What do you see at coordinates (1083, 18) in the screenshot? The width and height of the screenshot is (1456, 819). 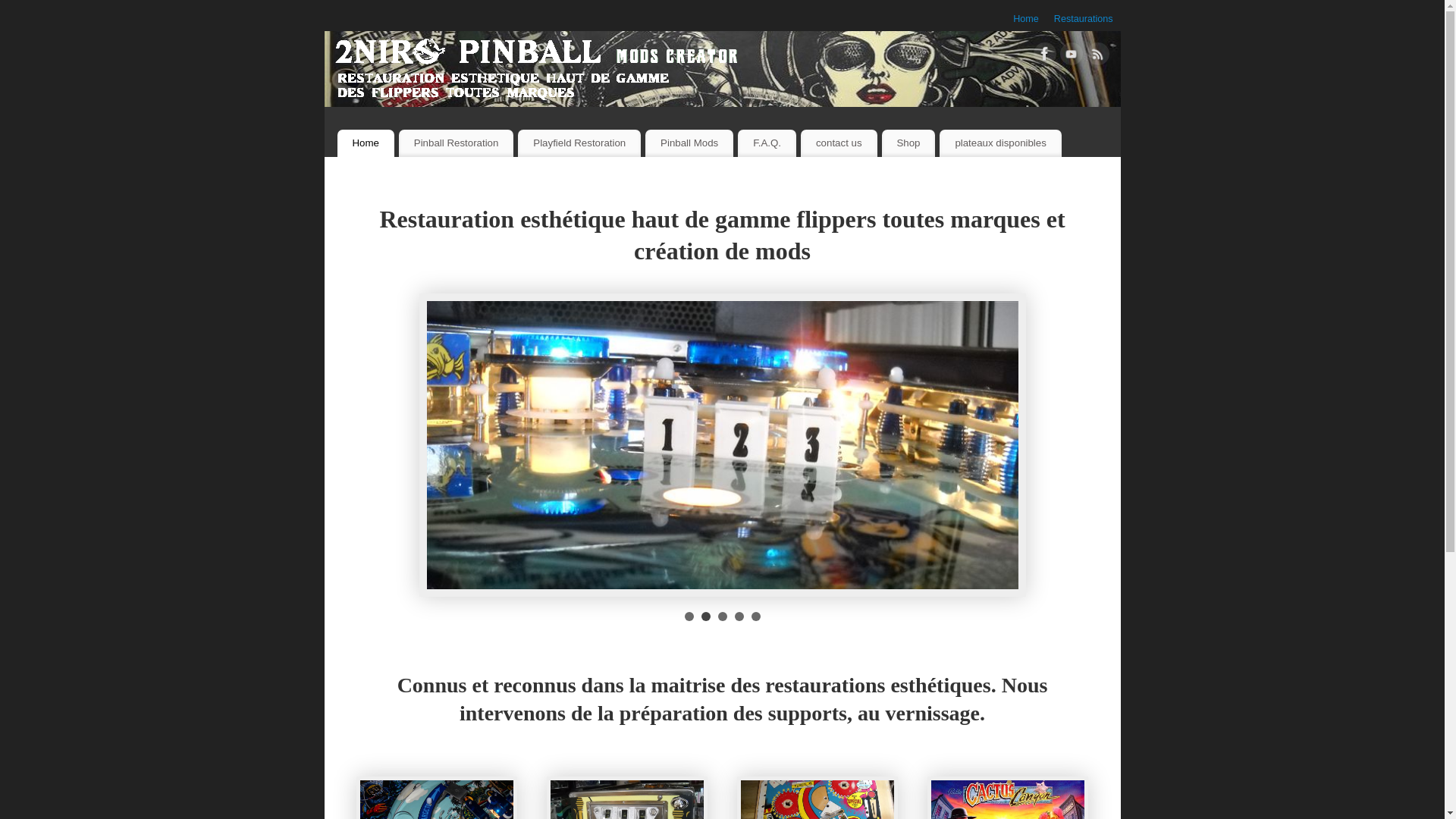 I see `'Restaurations'` at bounding box center [1083, 18].